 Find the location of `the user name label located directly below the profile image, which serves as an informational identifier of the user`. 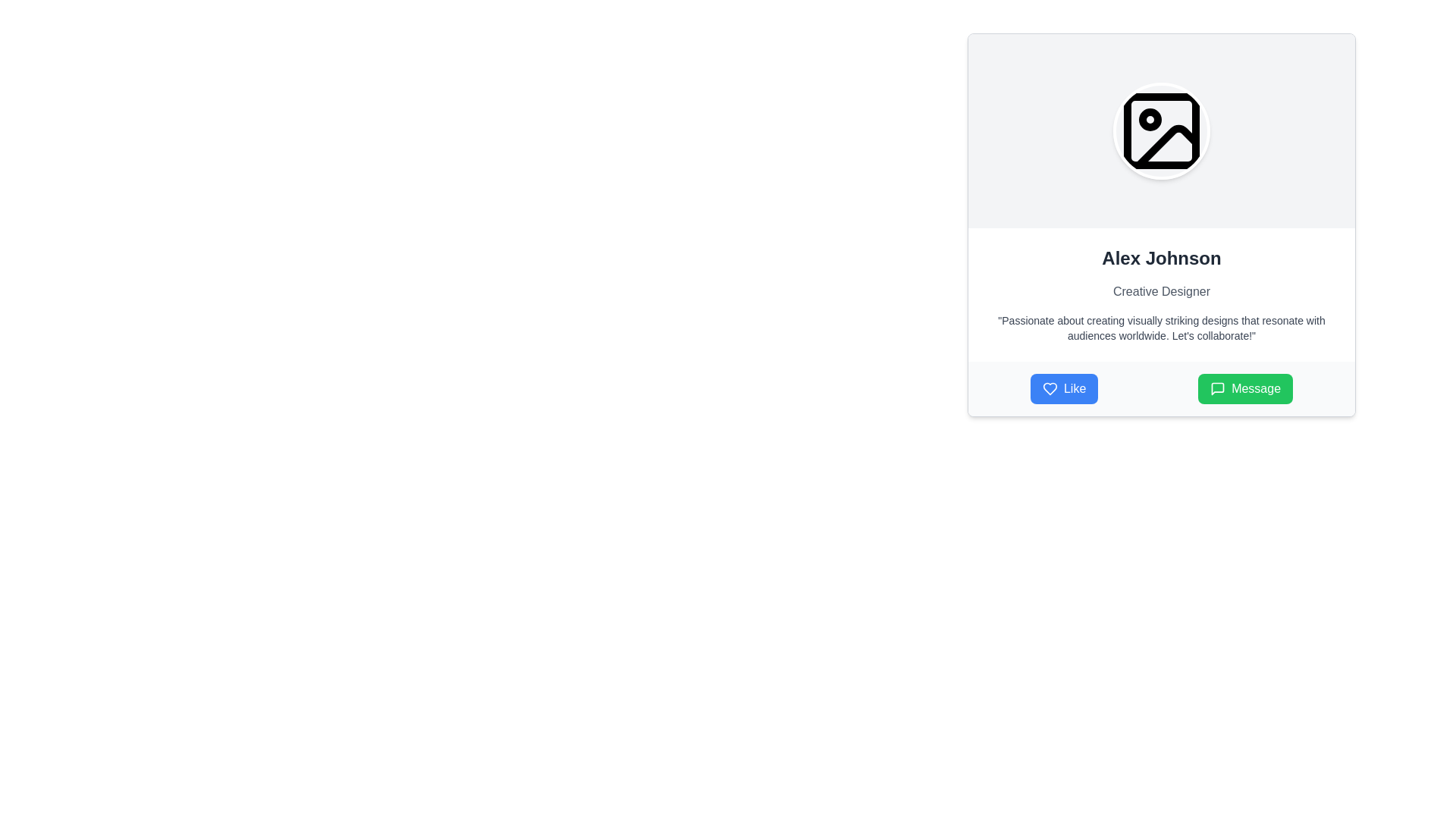

the user name label located directly below the profile image, which serves as an informational identifier of the user is located at coordinates (1160, 257).